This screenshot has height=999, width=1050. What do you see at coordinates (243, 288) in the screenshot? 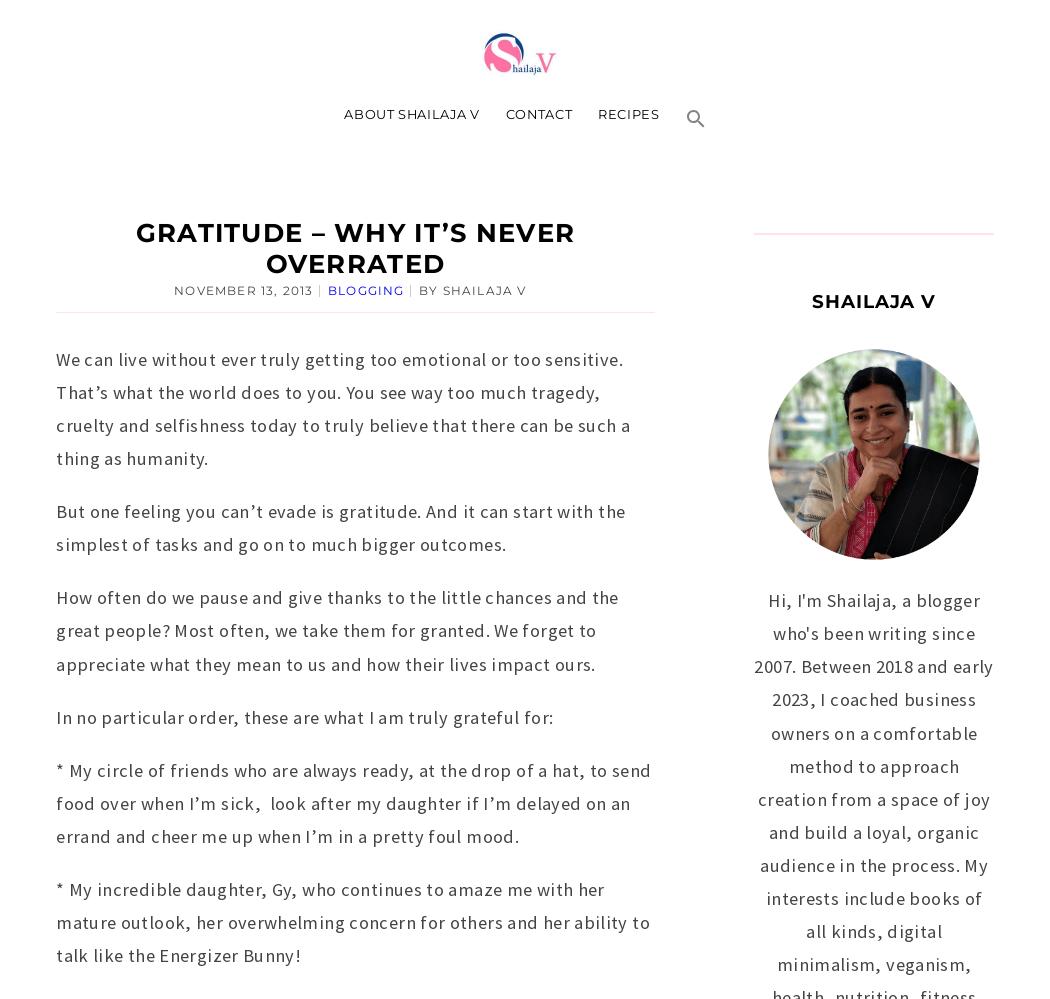
I see `'November 13, 2013'` at bounding box center [243, 288].